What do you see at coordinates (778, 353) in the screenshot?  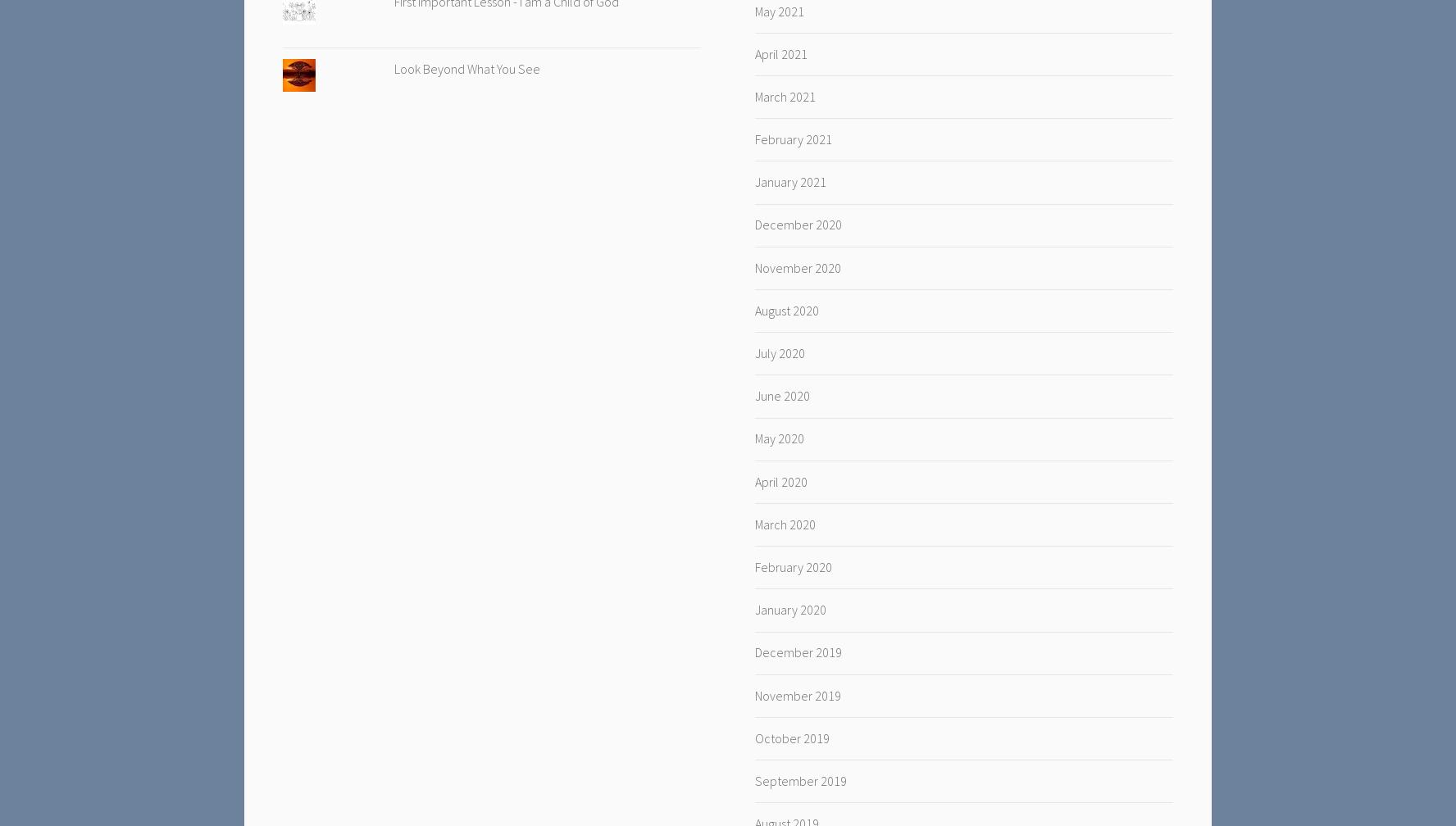 I see `'July 2020'` at bounding box center [778, 353].